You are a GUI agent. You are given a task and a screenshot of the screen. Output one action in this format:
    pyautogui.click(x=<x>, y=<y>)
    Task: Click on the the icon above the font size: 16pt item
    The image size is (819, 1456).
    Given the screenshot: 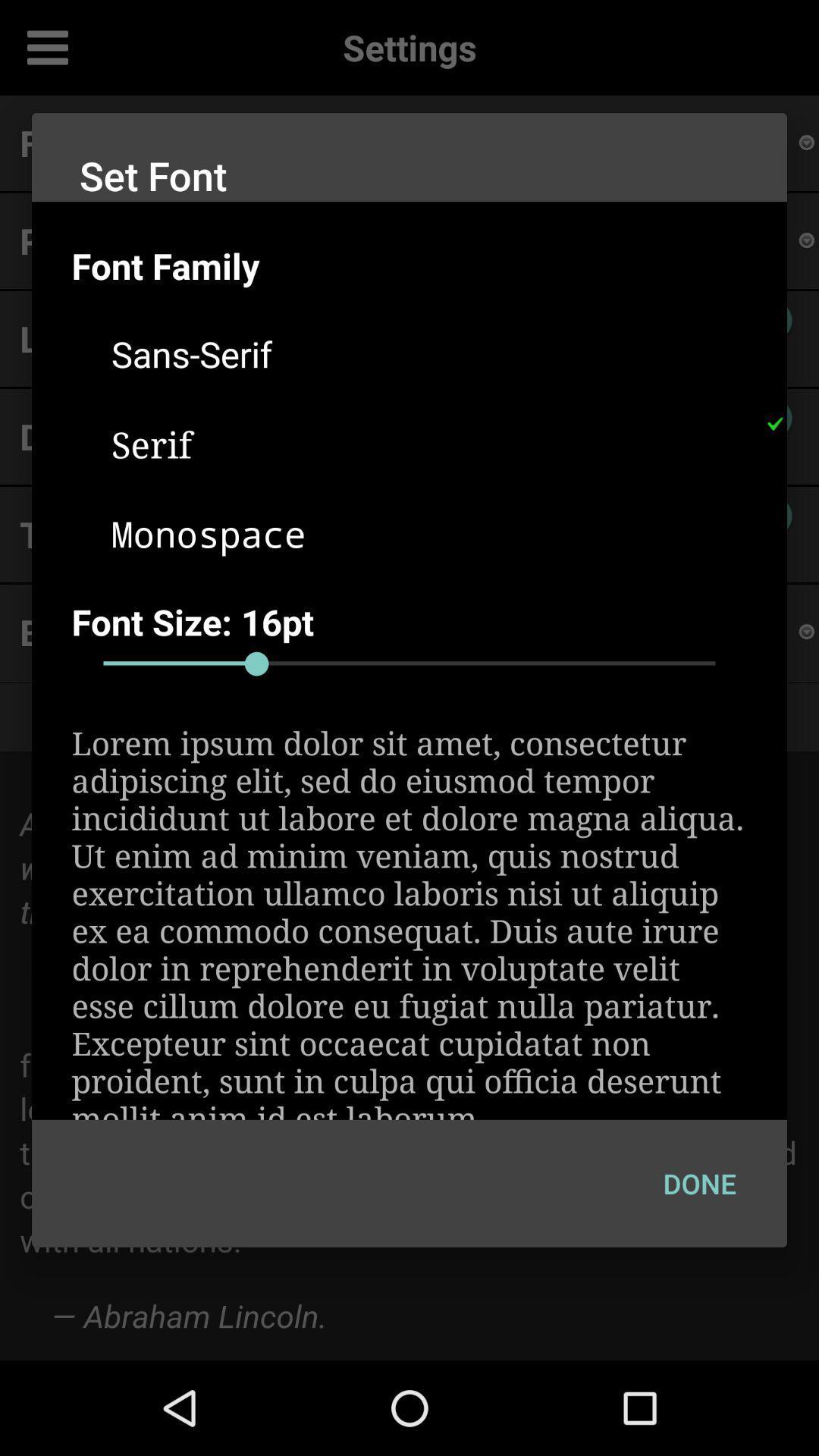 What is the action you would take?
    pyautogui.click(x=774, y=424)
    